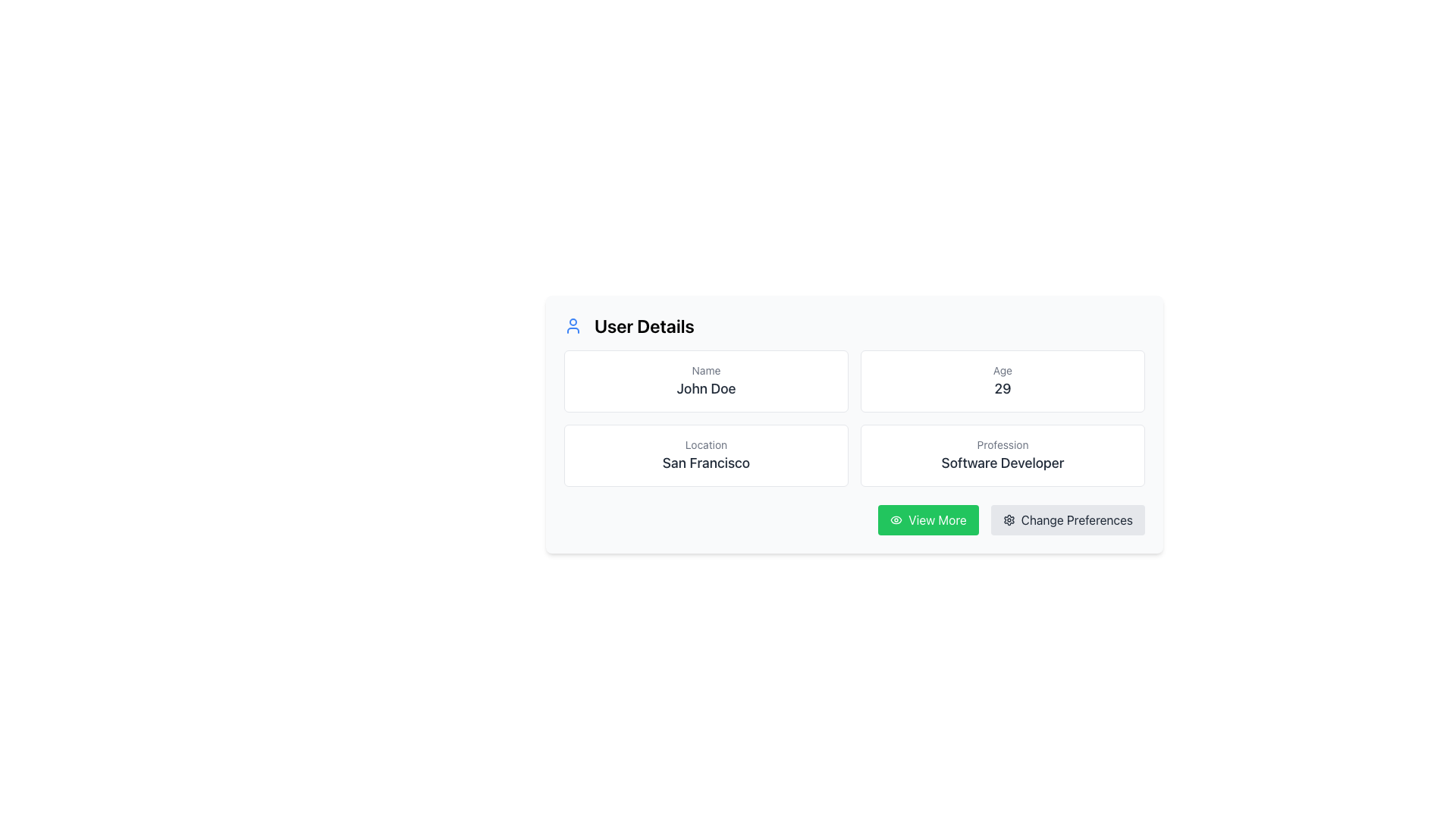 The width and height of the screenshot is (1456, 819). What do you see at coordinates (1003, 380) in the screenshot?
I see `the static information card displaying 'Age' with the value '29', located in the top-right section of a 2x2 grid layout` at bounding box center [1003, 380].